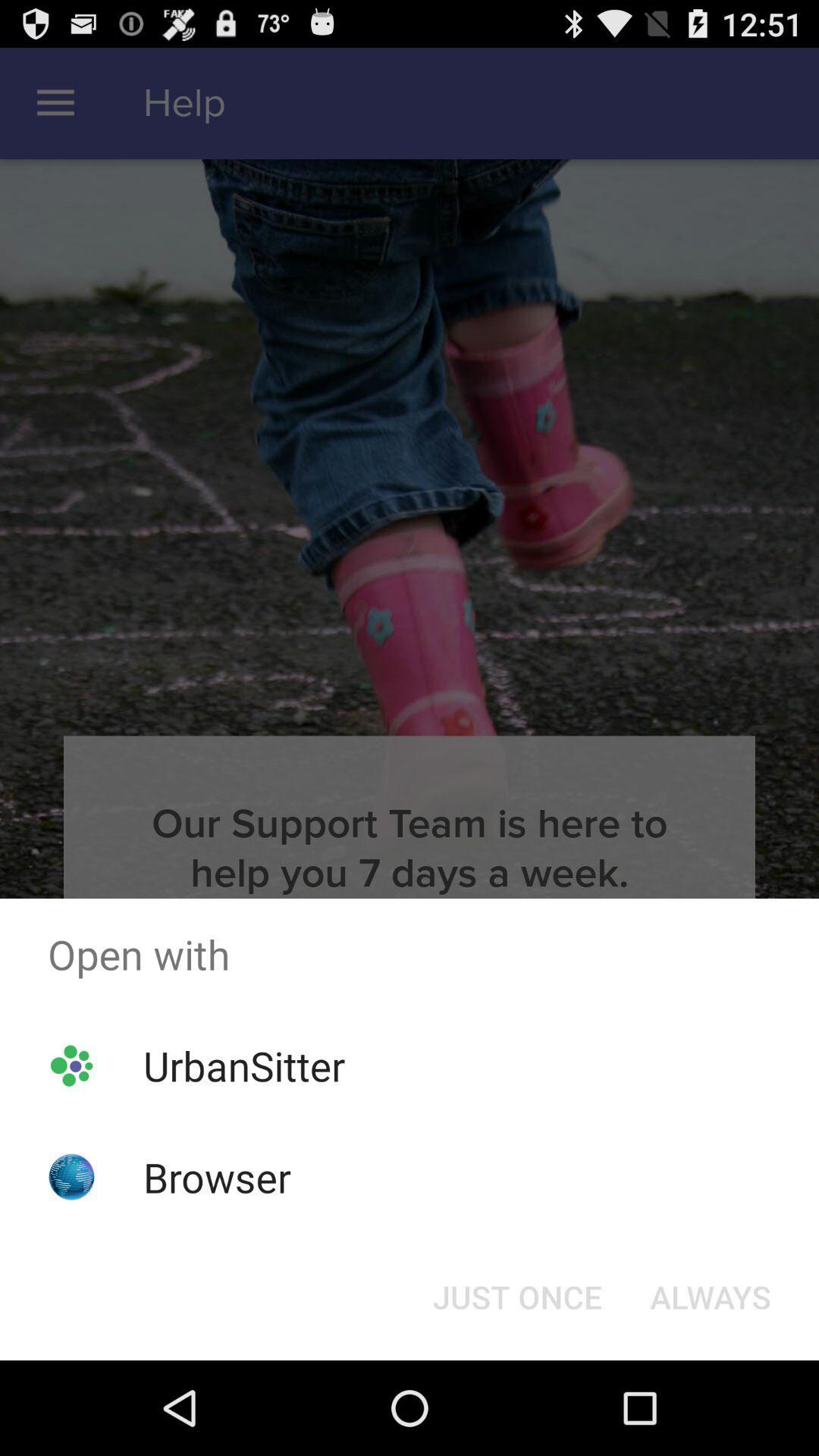  What do you see at coordinates (711, 1295) in the screenshot?
I see `the item next to just once item` at bounding box center [711, 1295].